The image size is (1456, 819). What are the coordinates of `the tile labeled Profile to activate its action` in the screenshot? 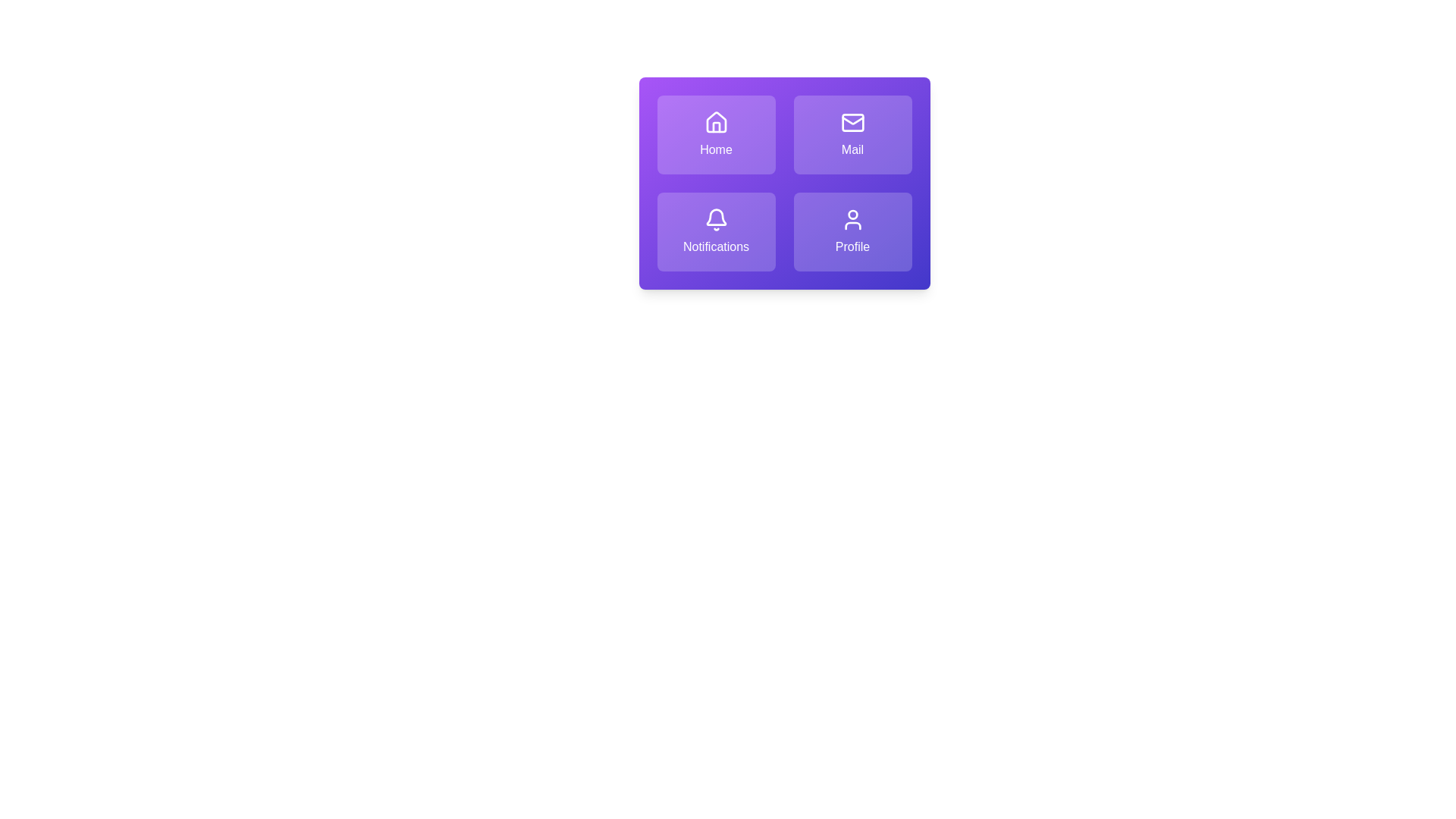 It's located at (852, 231).